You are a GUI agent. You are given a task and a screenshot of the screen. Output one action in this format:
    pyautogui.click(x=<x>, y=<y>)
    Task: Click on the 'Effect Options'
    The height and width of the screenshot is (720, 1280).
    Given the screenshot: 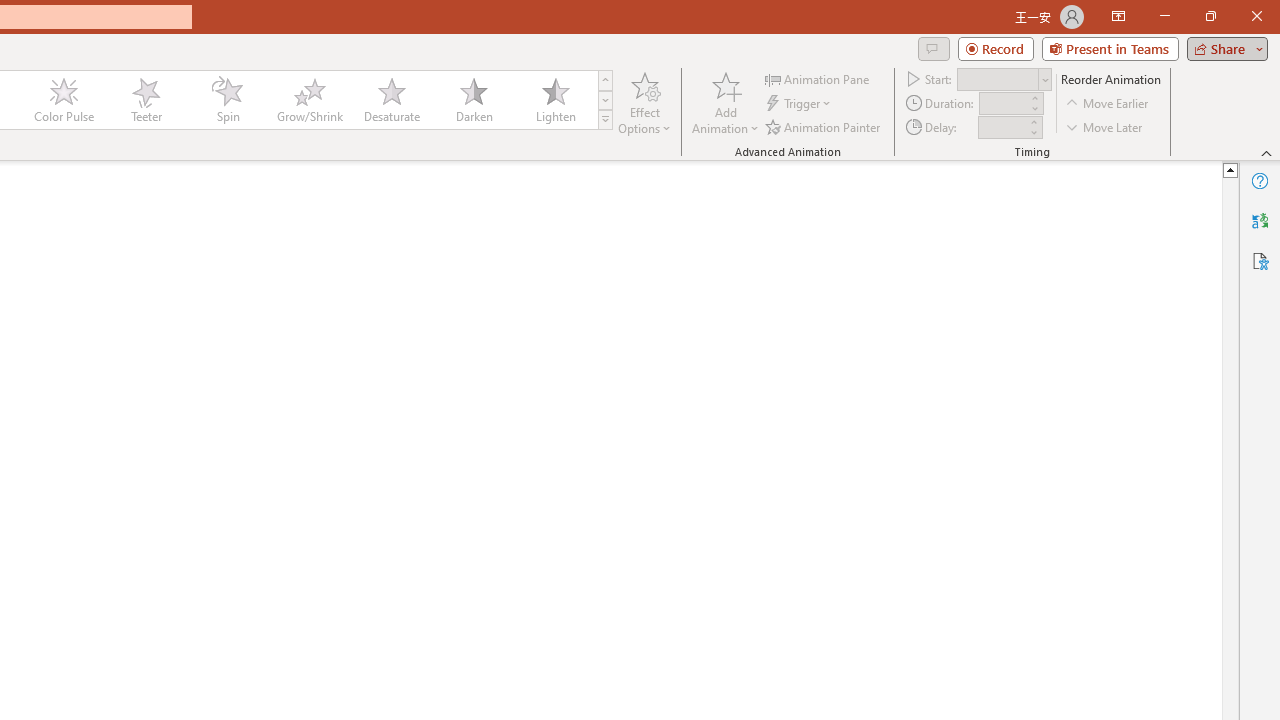 What is the action you would take?
    pyautogui.click(x=645, y=103)
    